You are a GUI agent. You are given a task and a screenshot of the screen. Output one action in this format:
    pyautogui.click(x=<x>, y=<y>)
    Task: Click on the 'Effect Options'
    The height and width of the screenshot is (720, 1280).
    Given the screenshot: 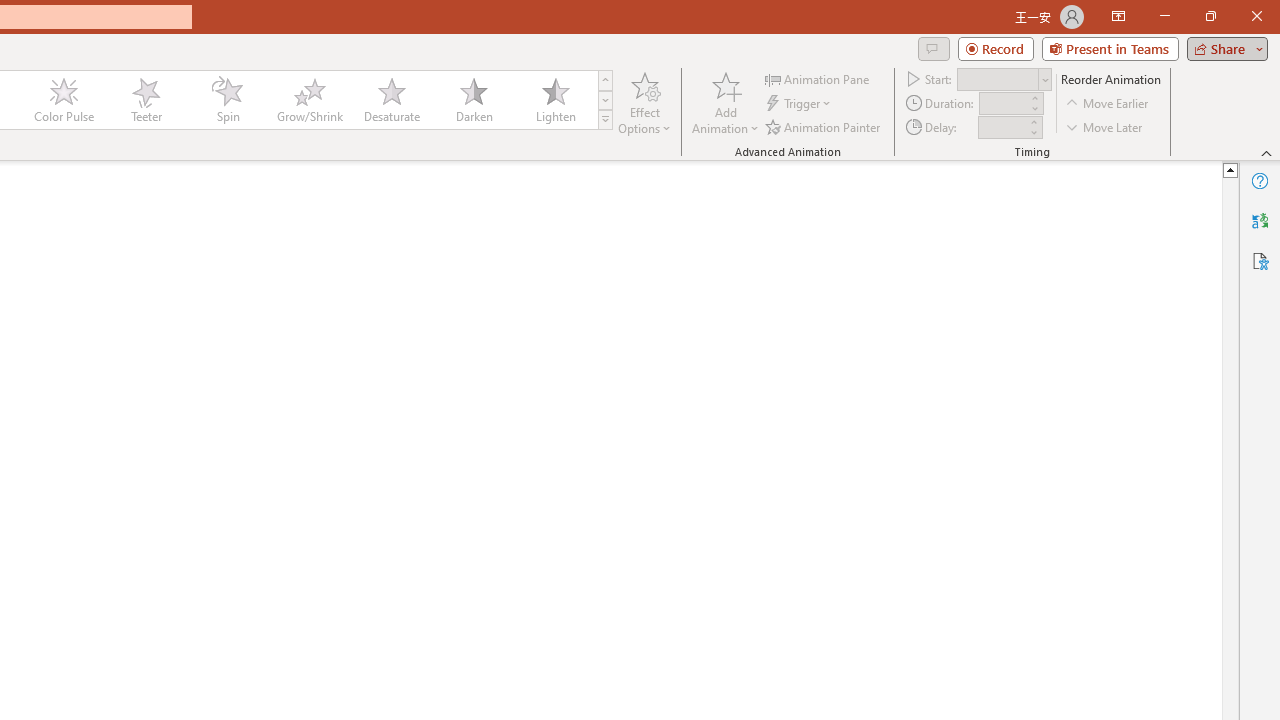 What is the action you would take?
    pyautogui.click(x=645, y=103)
    